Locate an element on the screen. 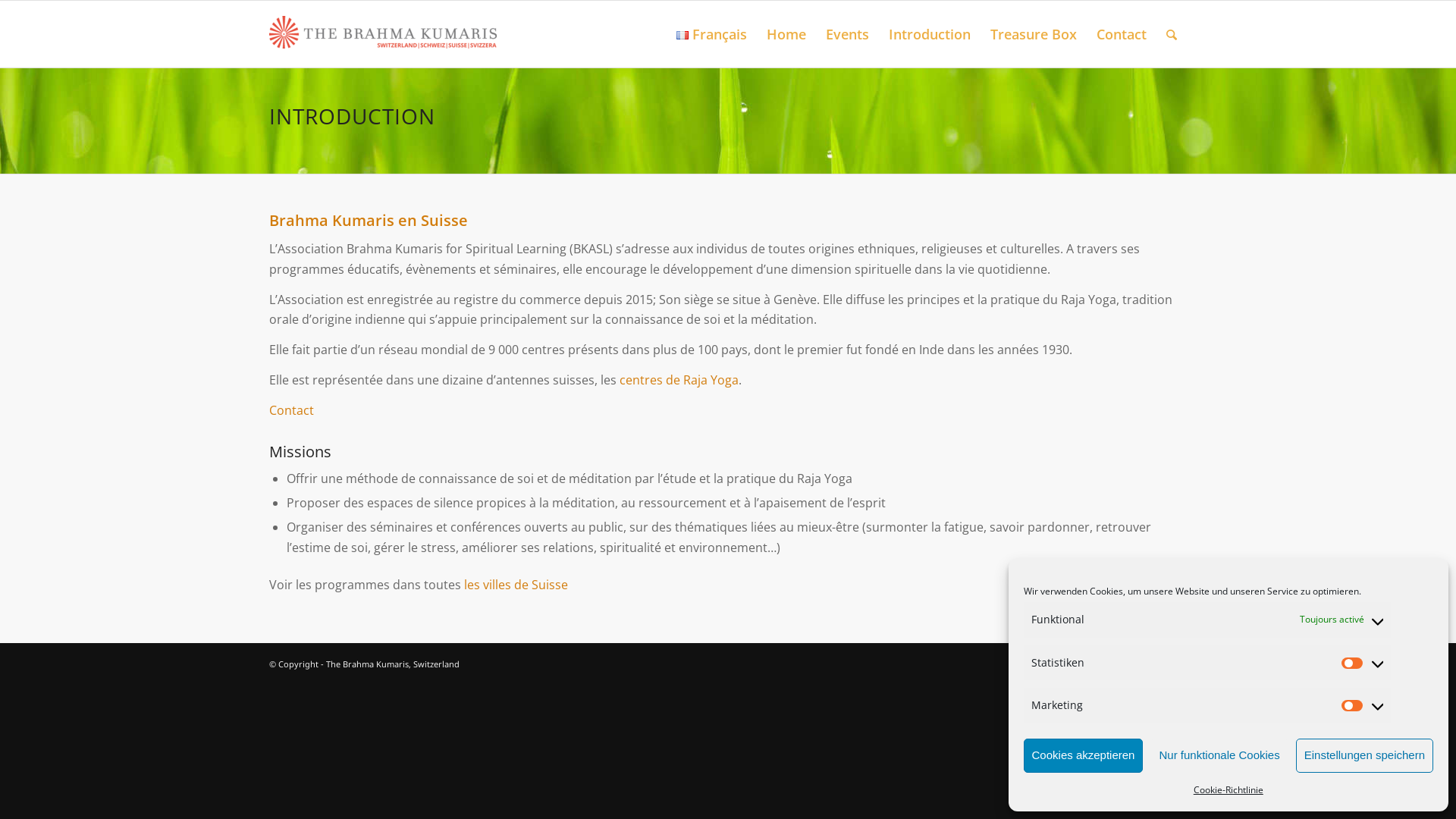 The height and width of the screenshot is (819, 1456). 'les villes de Suisse' is located at coordinates (516, 584).